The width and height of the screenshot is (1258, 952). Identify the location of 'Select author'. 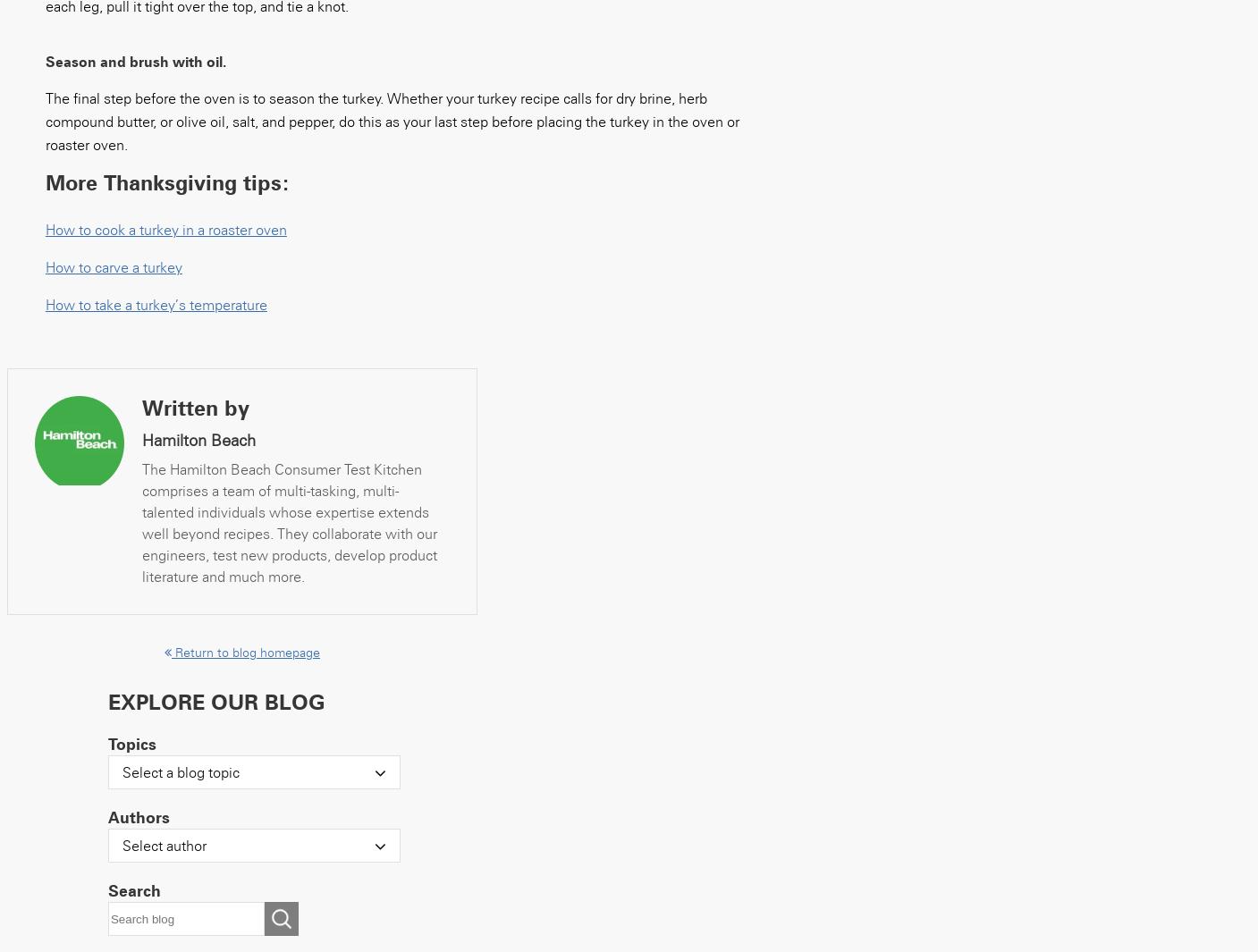
(164, 846).